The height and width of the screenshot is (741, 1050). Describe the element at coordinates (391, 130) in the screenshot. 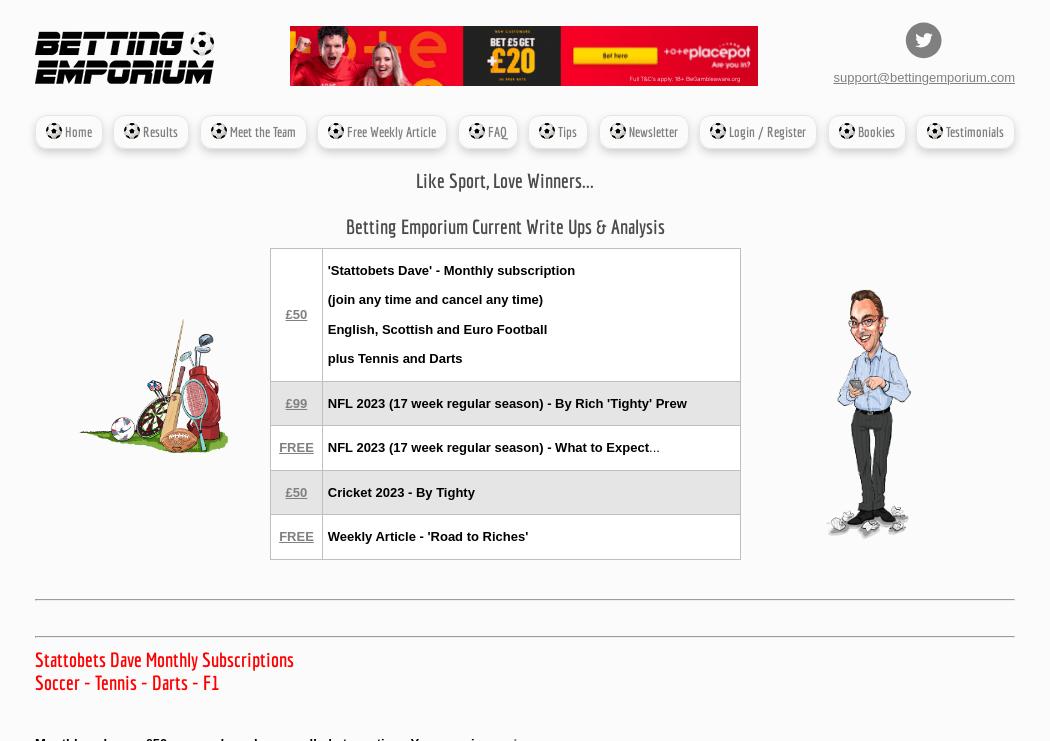

I see `'Free Weekly Article'` at that location.